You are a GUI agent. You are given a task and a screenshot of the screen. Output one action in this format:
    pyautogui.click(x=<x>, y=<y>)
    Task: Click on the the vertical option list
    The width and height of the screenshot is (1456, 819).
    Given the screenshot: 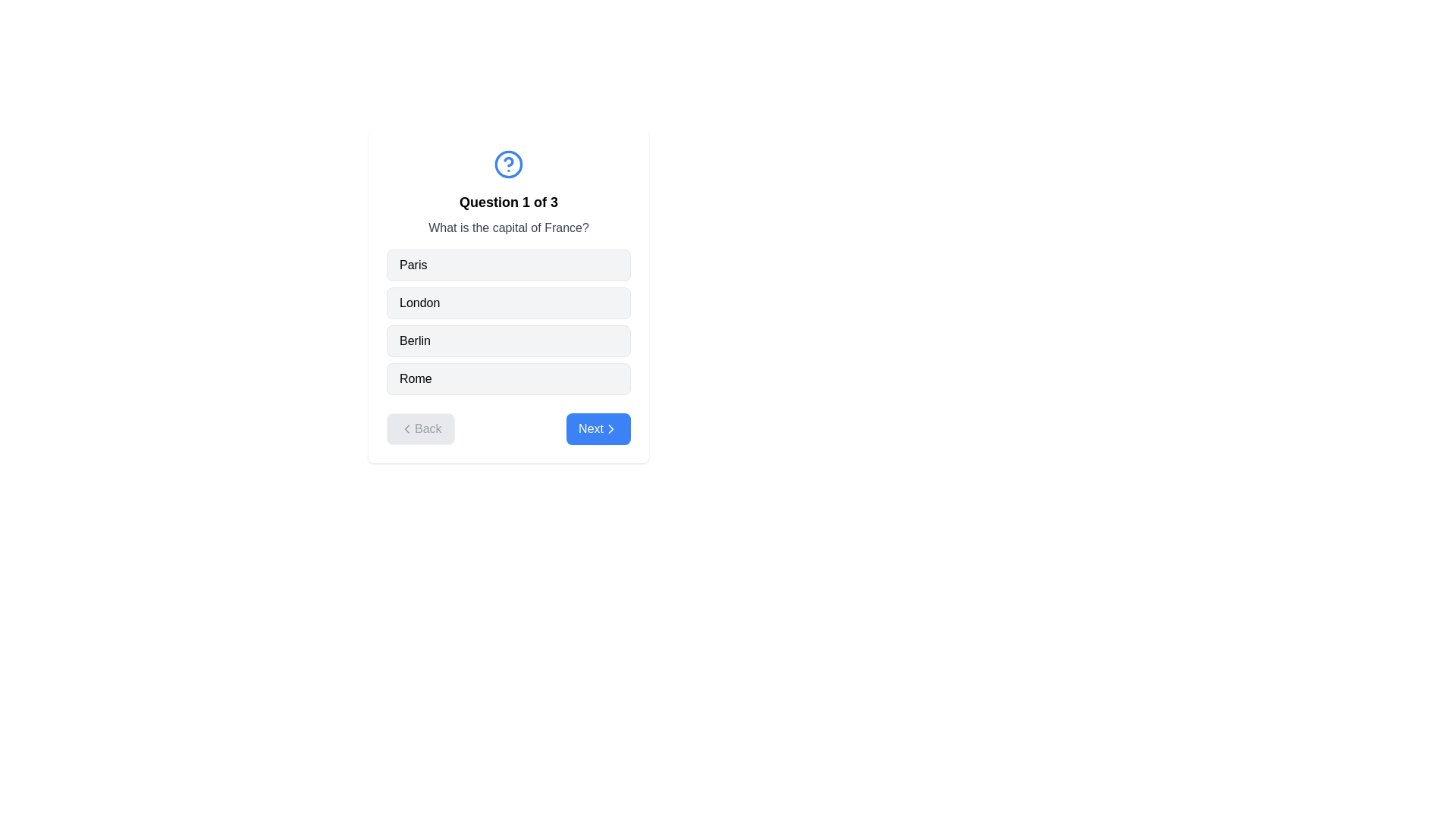 What is the action you would take?
    pyautogui.click(x=509, y=321)
    